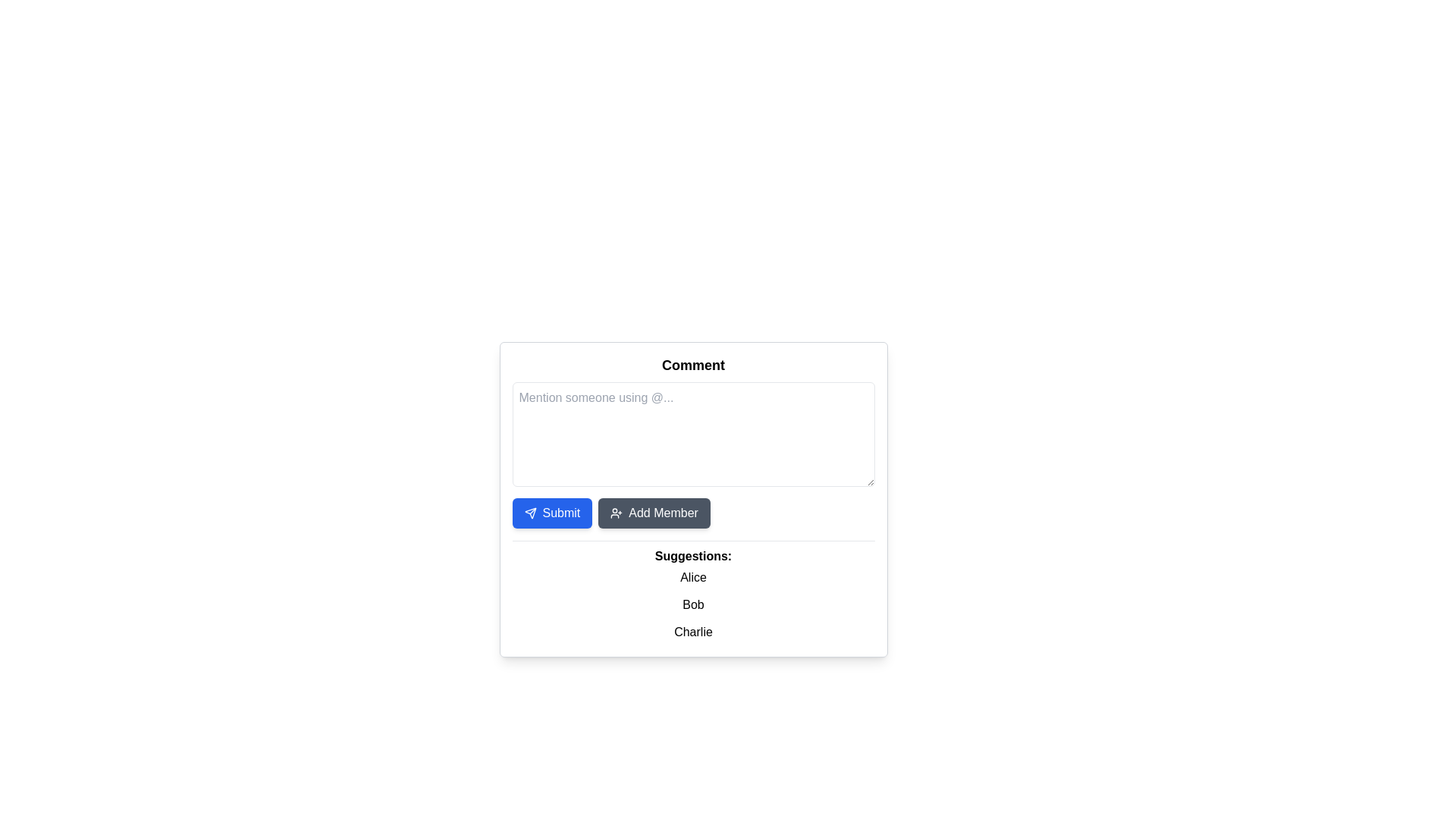  What do you see at coordinates (692, 604) in the screenshot?
I see `the second suggestion item in the list, which represents tagging or mentioning 'Bob' in a comment` at bounding box center [692, 604].